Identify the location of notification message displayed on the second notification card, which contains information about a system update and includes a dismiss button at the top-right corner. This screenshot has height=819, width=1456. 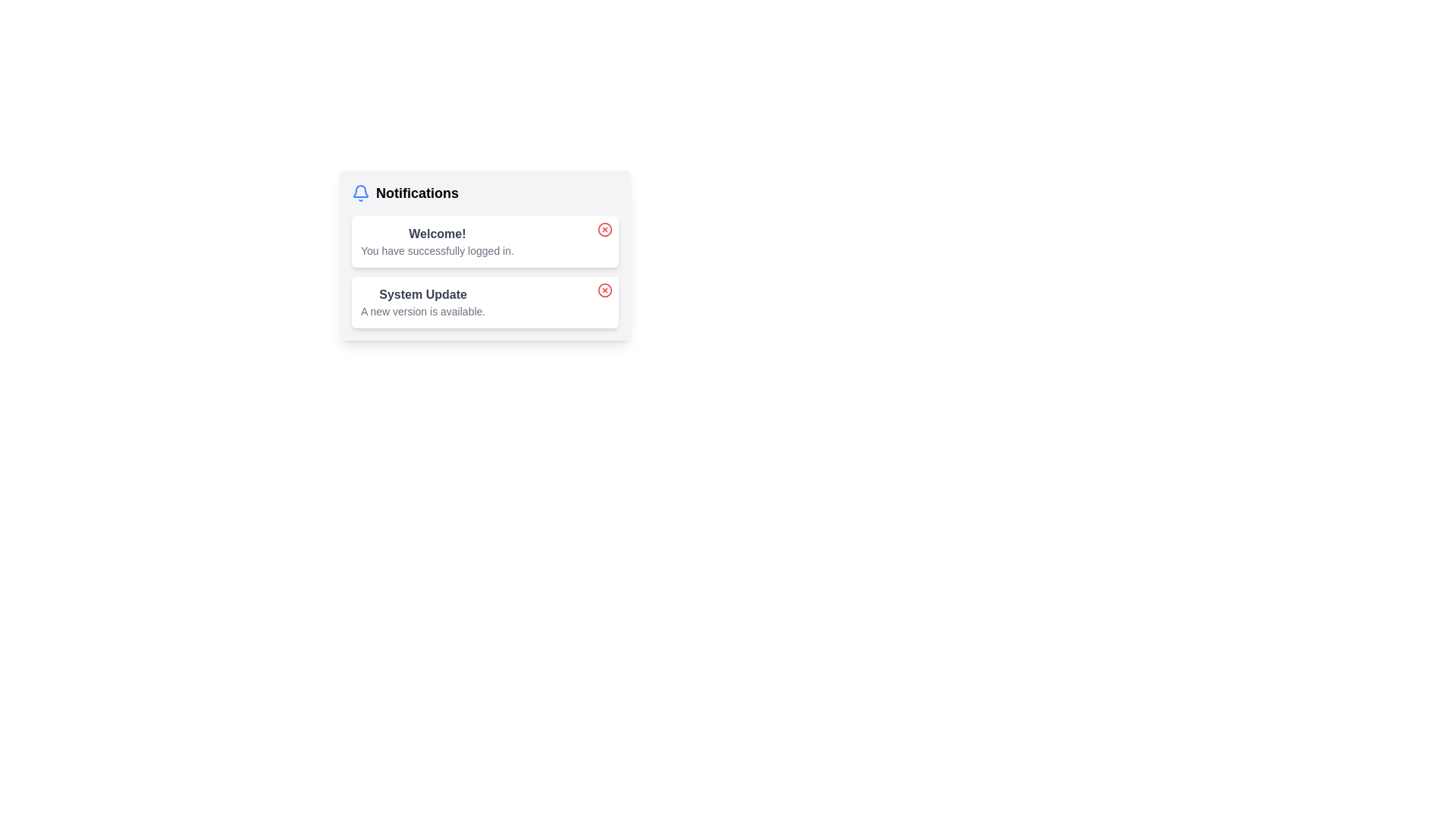
(484, 302).